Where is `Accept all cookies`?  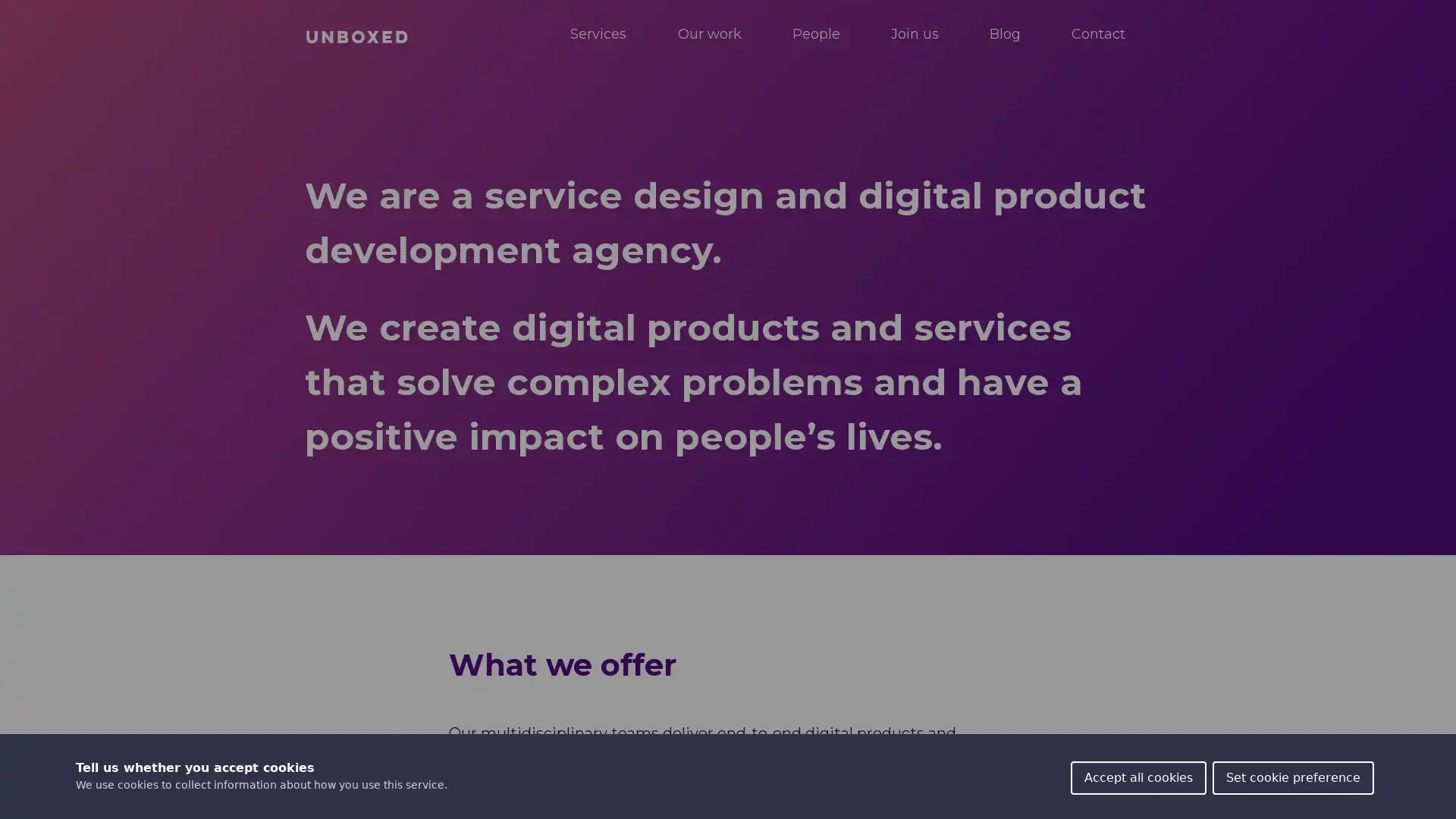
Accept all cookies is located at coordinates (1138, 778).